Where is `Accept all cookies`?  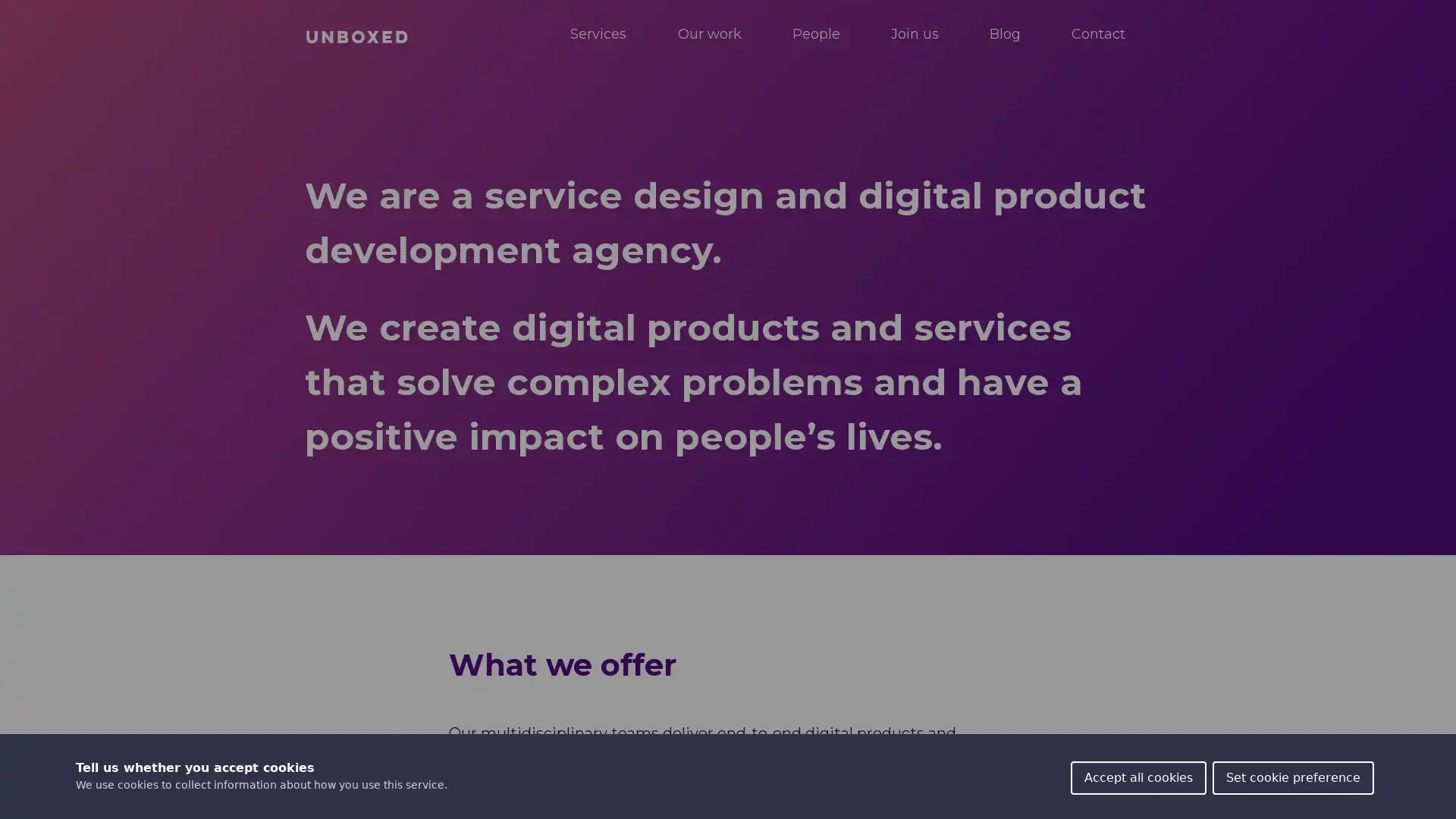
Accept all cookies is located at coordinates (1138, 778).